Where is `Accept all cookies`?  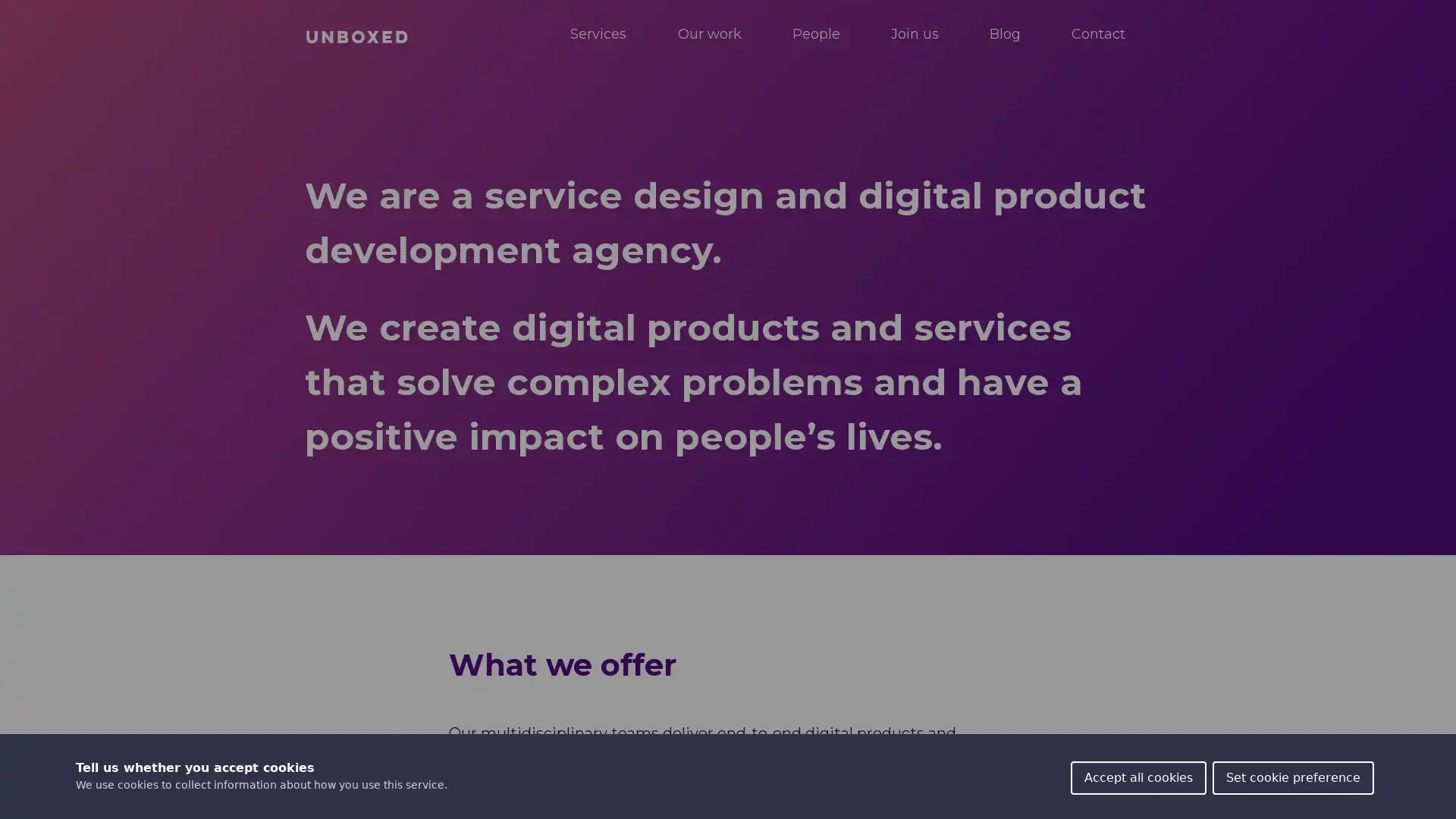
Accept all cookies is located at coordinates (1138, 778).